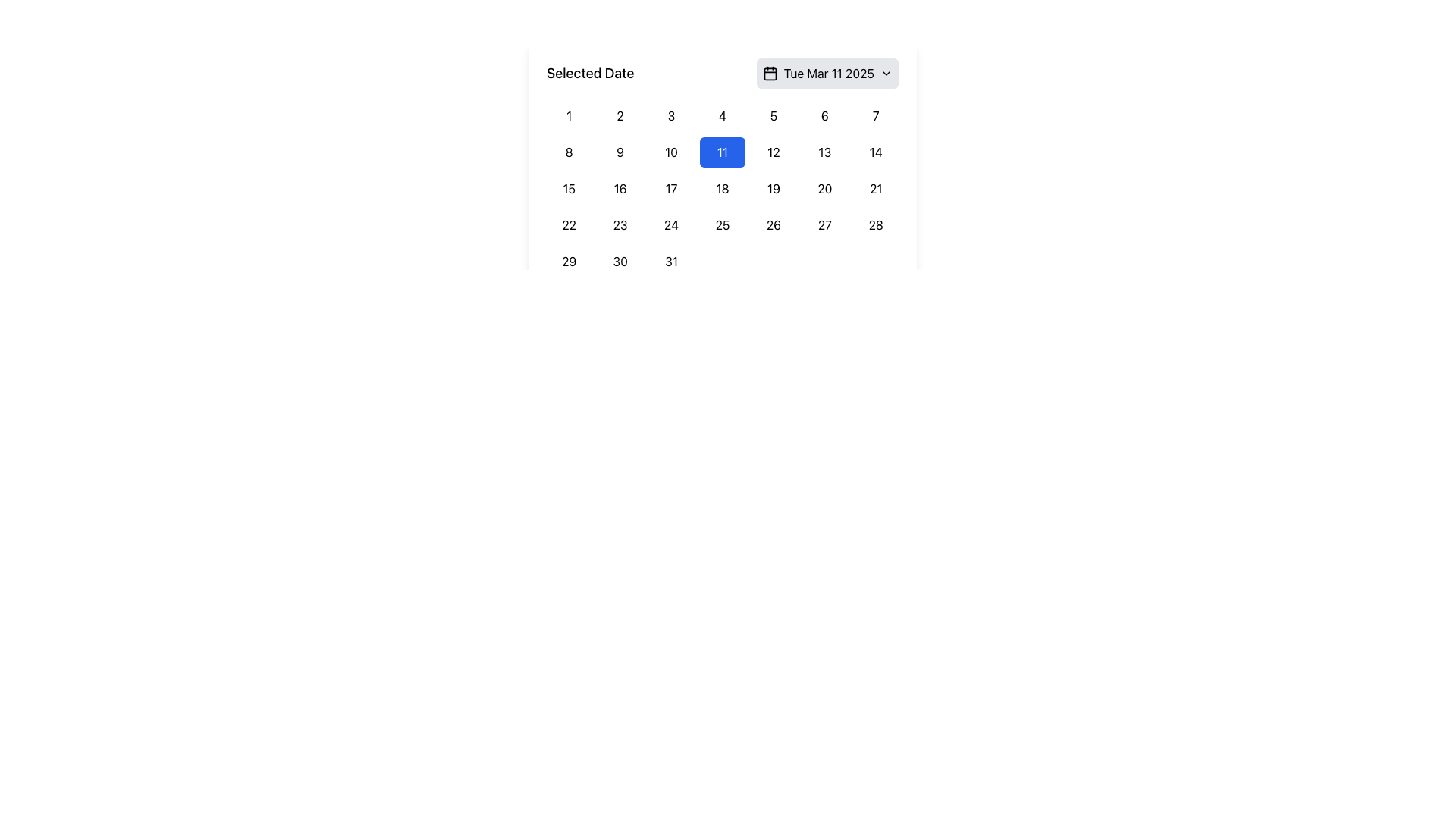  Describe the element at coordinates (670, 115) in the screenshot. I see `the button representing the third day in the calendar grid` at that location.